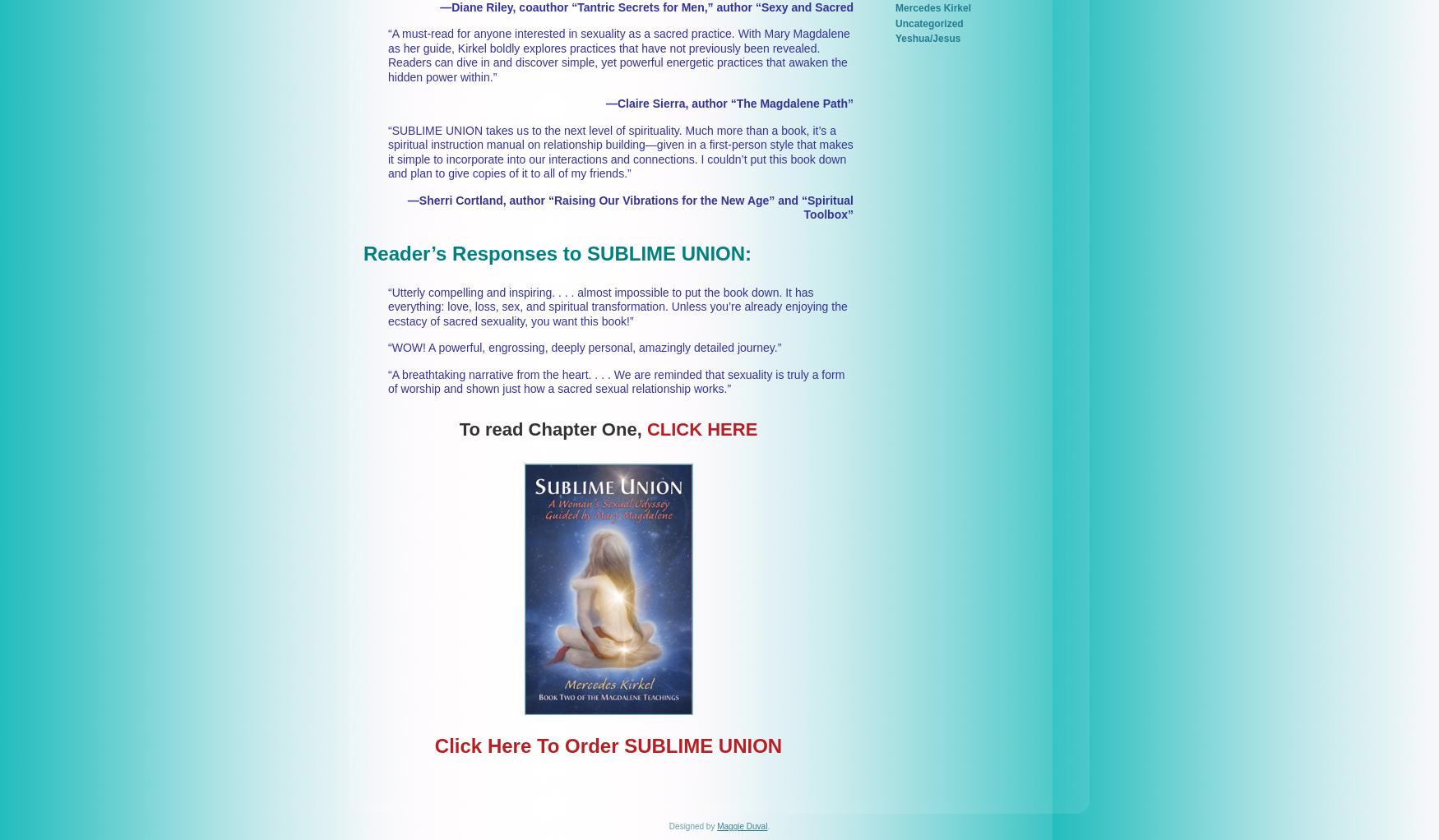 The width and height of the screenshot is (1439, 840). Describe the element at coordinates (556, 252) in the screenshot. I see `'Reader’s Responses to SUBLIME UNION:'` at that location.